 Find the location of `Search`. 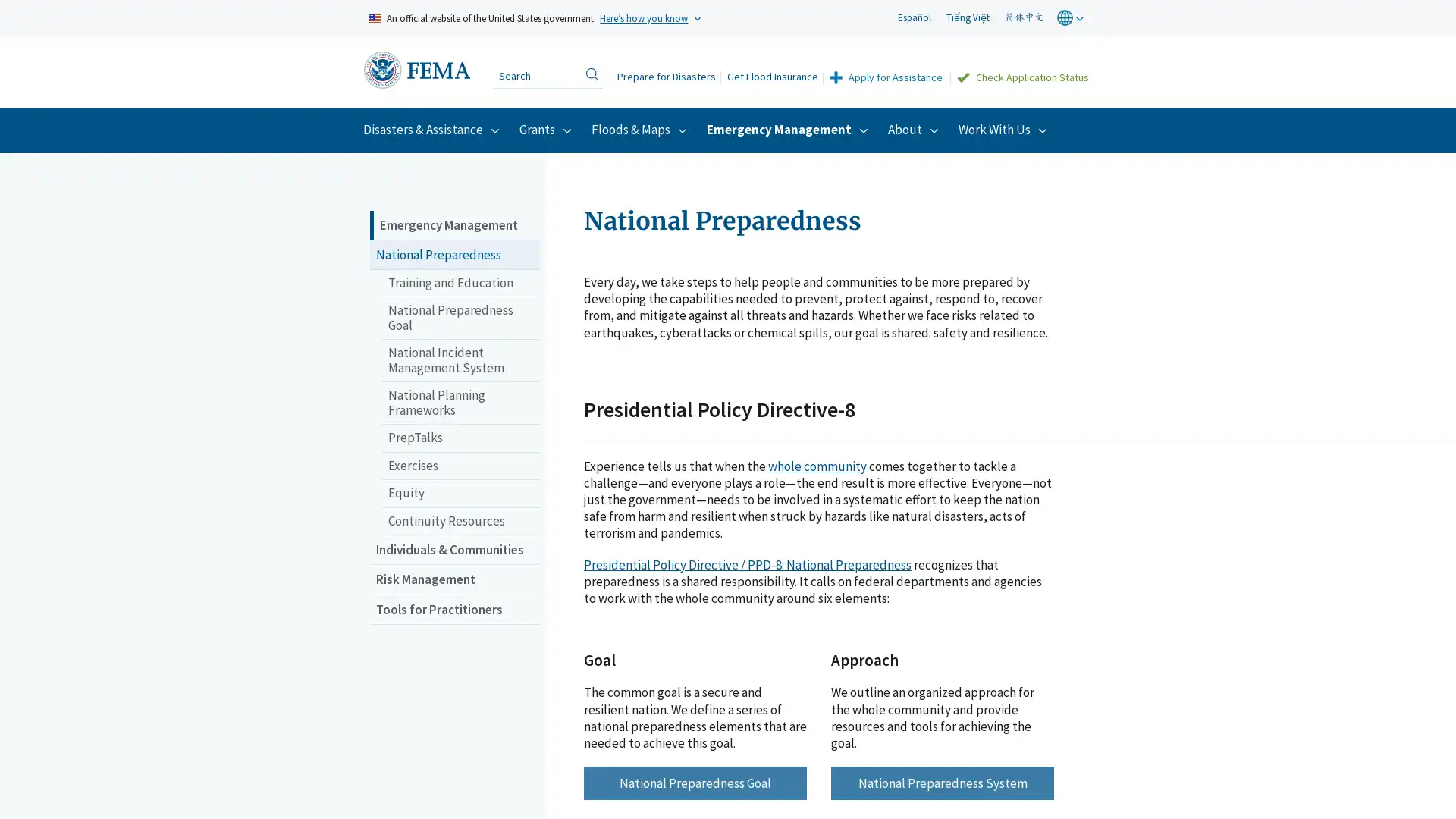

Search is located at coordinates (590, 73).